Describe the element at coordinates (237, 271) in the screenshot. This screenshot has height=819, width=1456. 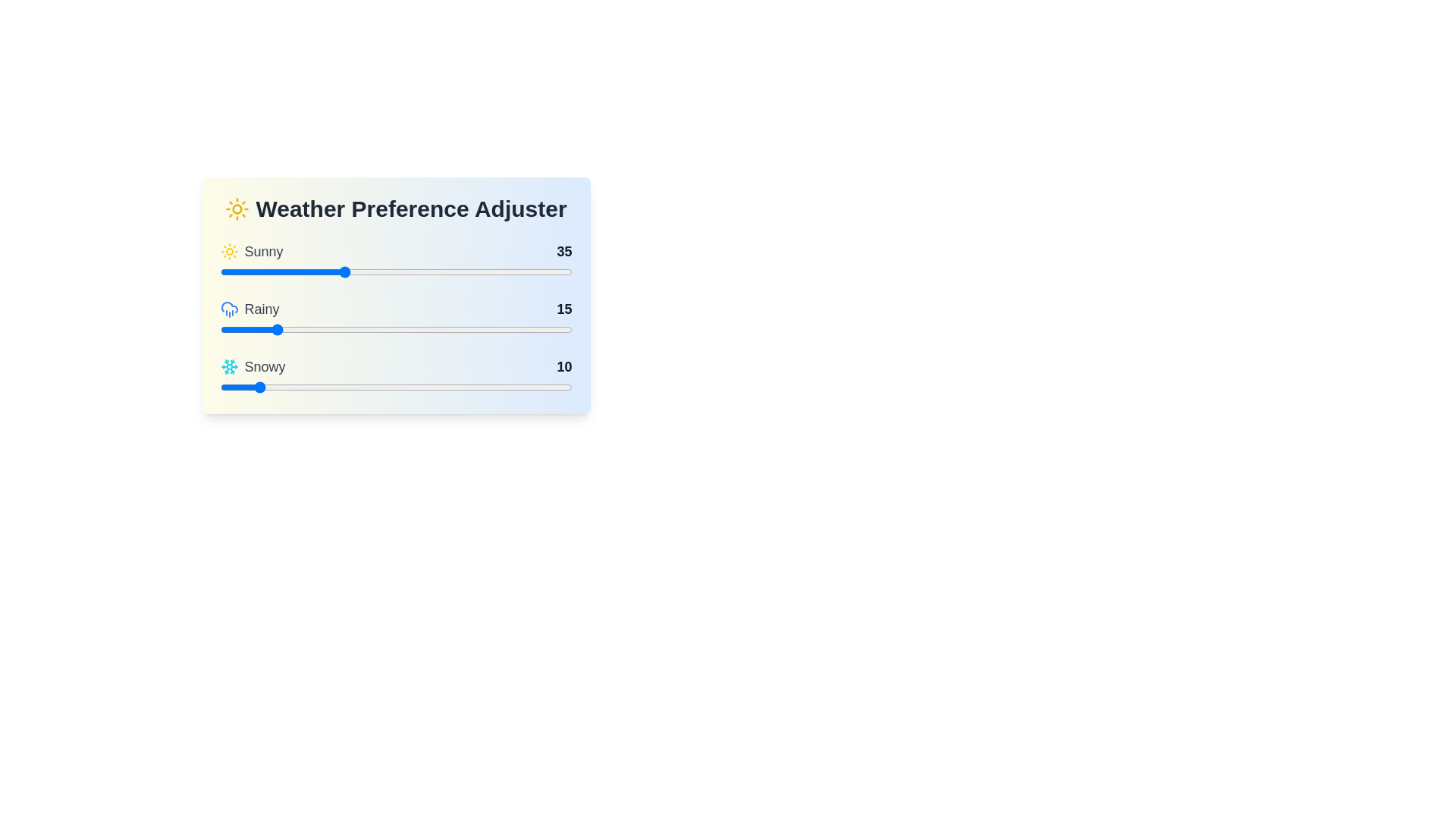
I see `the 'Sunny' slider to the specified value 5` at that location.